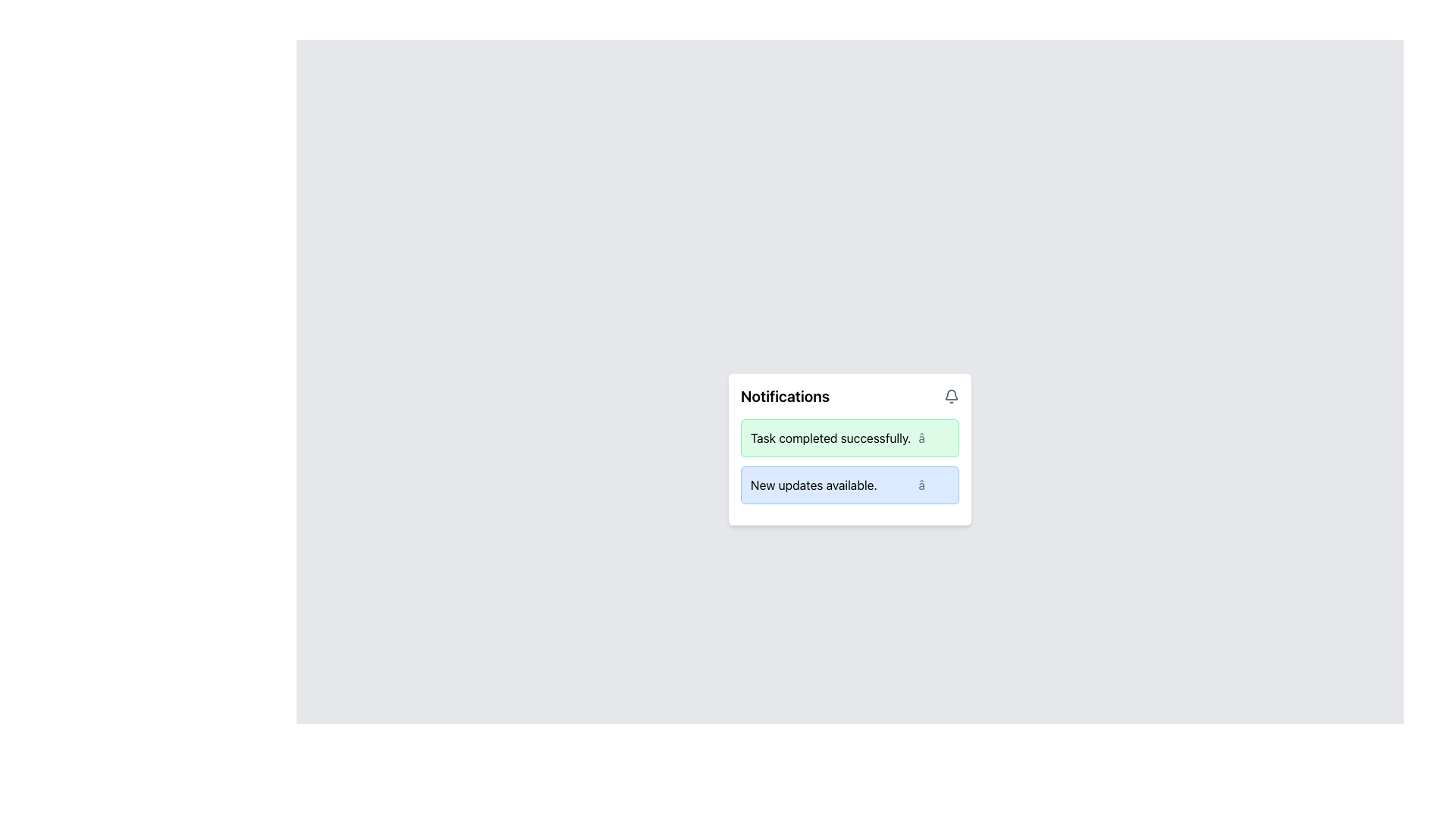  Describe the element at coordinates (850, 485) in the screenshot. I see `the dismiss button on the second notification box that informs about new updates` at that location.